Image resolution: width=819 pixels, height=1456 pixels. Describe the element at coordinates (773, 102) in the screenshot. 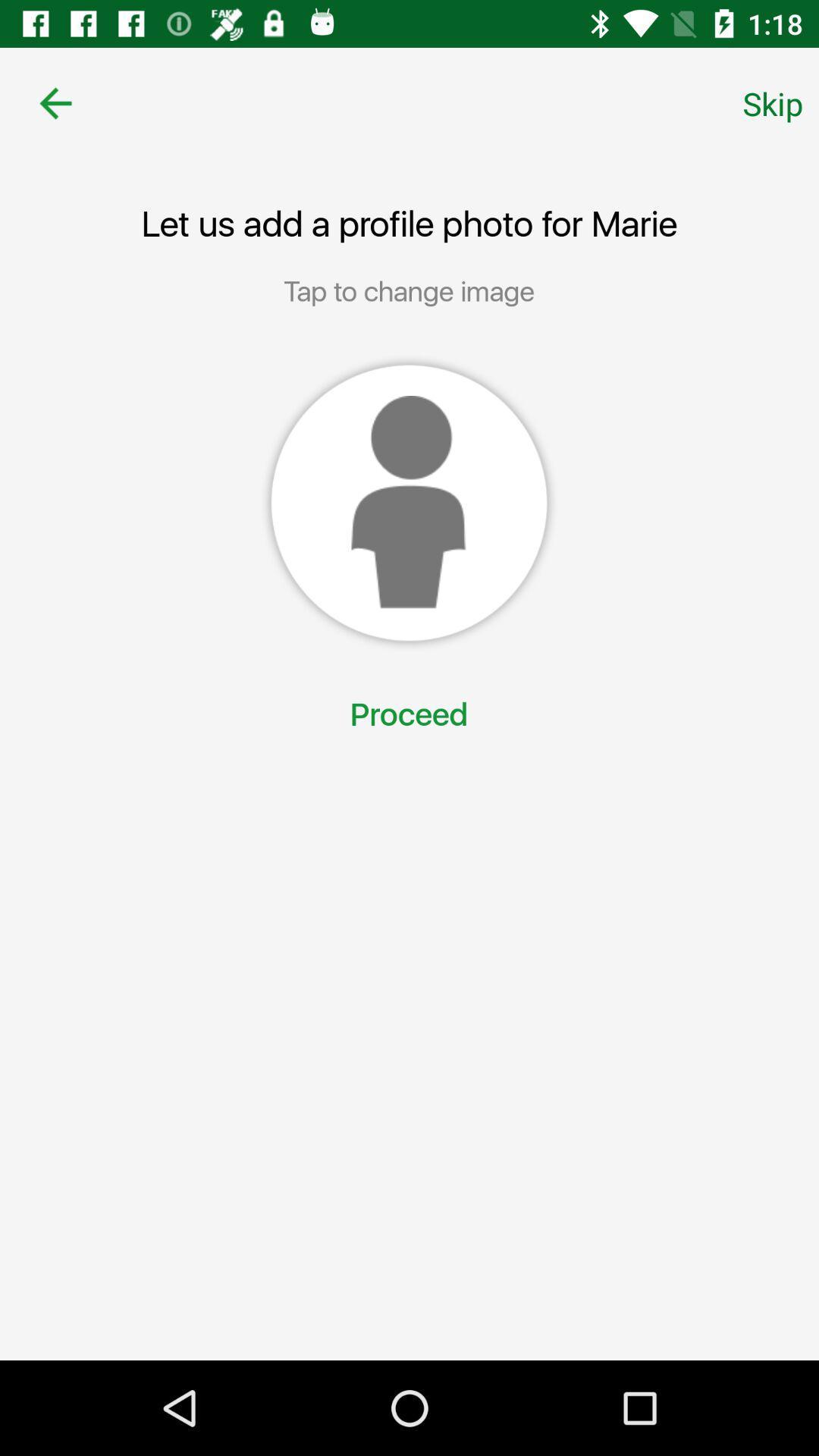

I see `item at the top right corner` at that location.